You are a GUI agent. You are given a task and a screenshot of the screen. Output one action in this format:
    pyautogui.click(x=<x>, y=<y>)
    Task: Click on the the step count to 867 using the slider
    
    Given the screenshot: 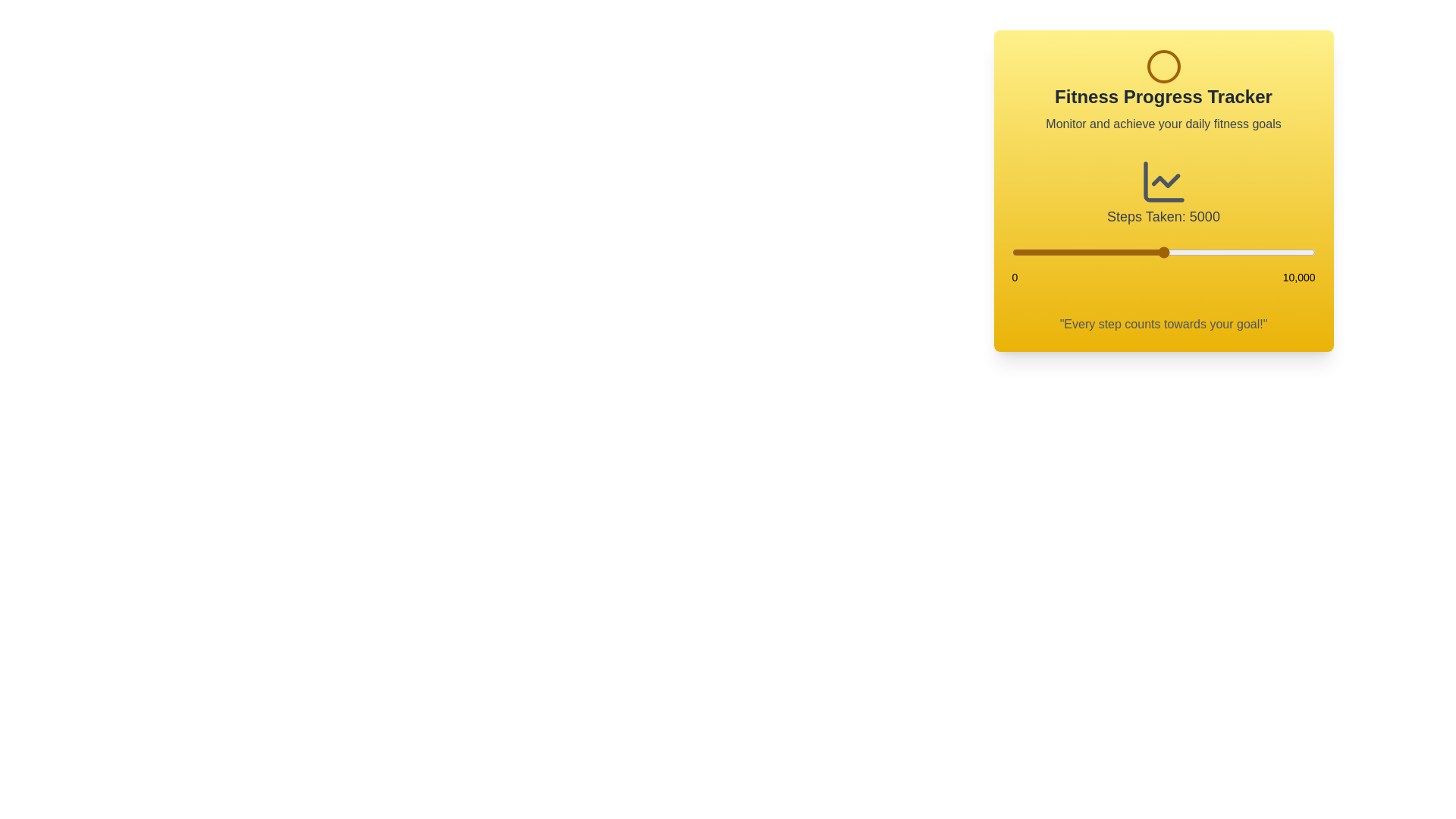 What is the action you would take?
    pyautogui.click(x=1037, y=251)
    